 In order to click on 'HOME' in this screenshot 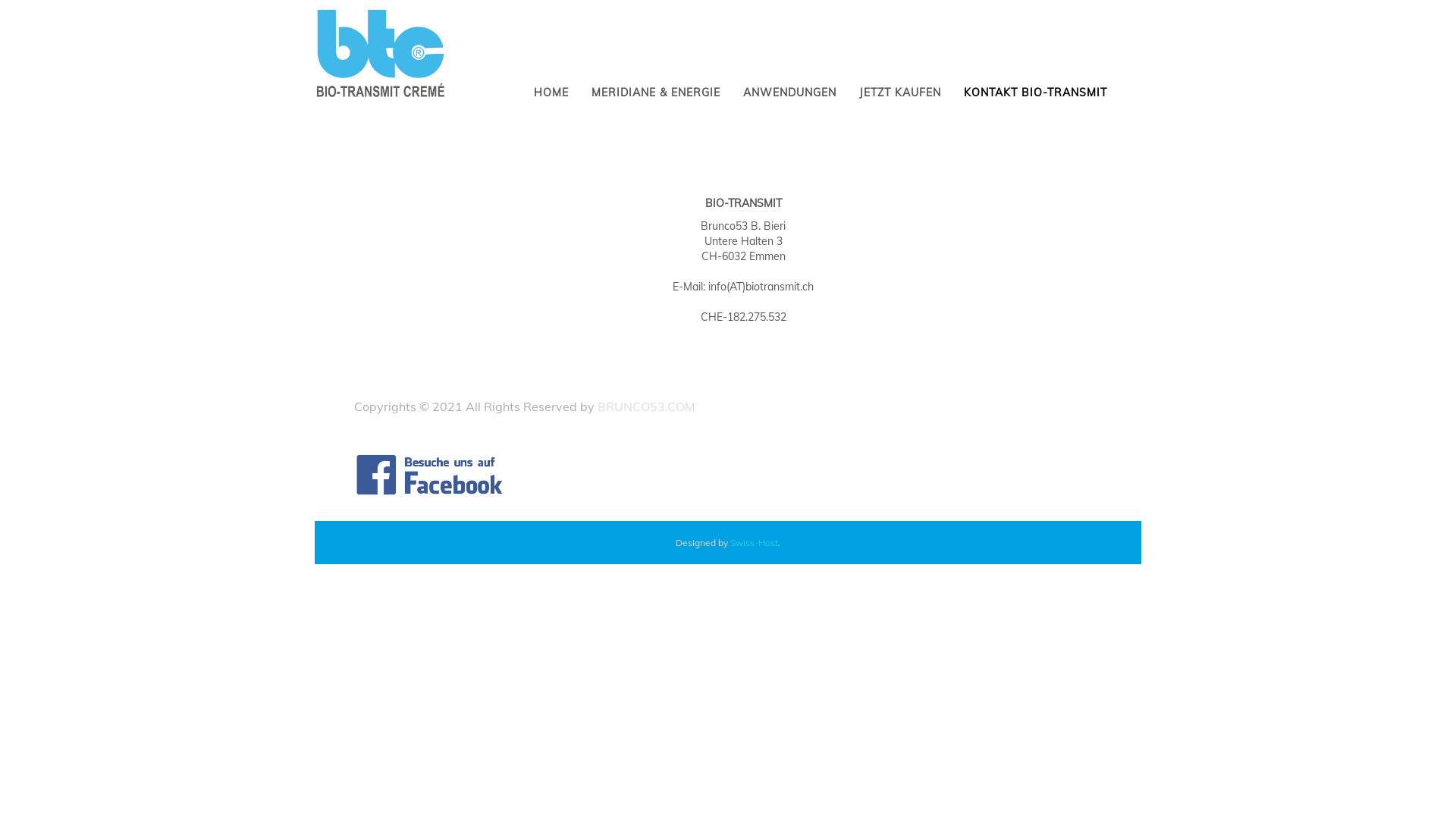, I will do `click(550, 93)`.